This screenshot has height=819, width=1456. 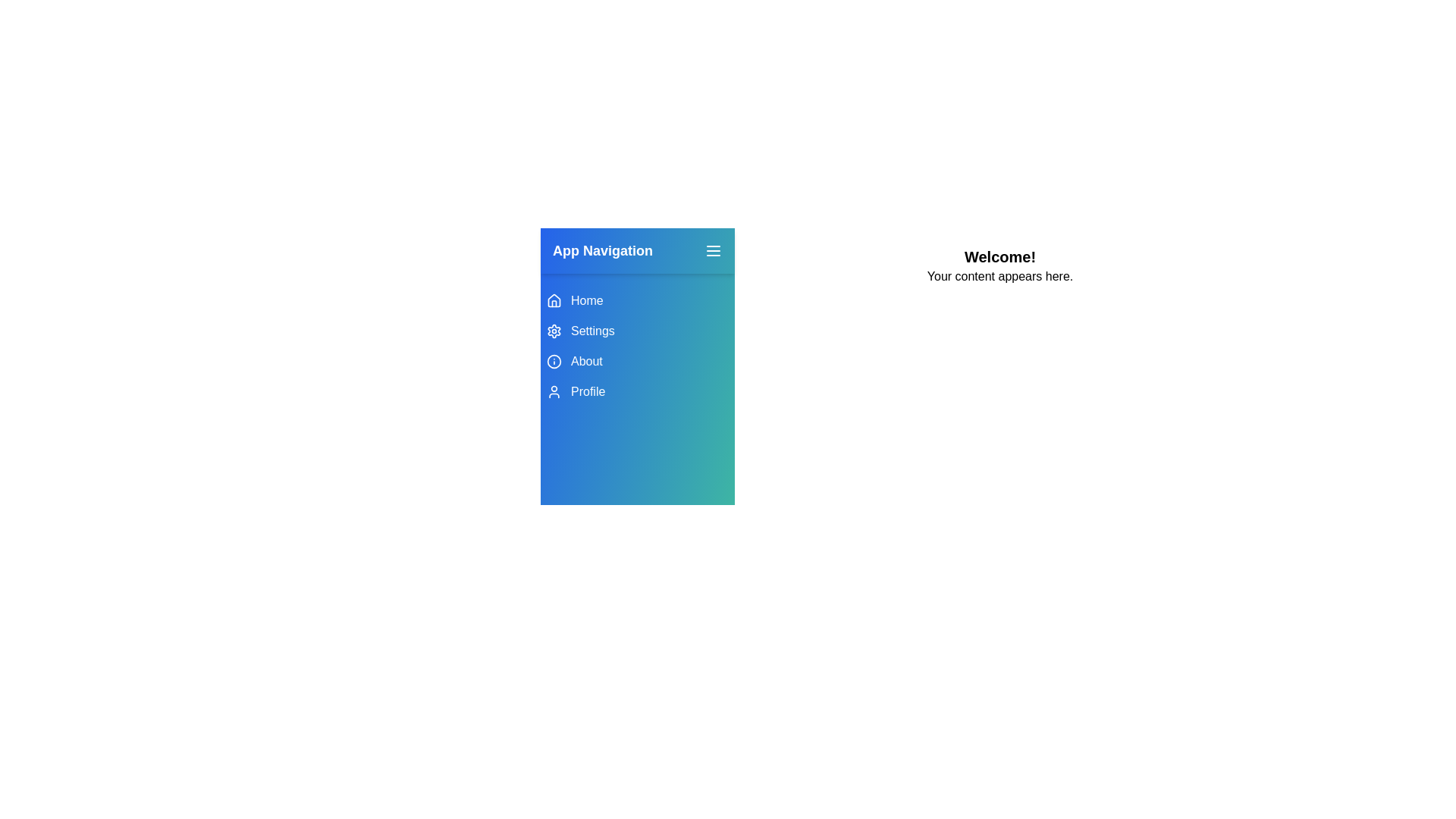 I want to click on the menu item Profile from the drawer, so click(x=637, y=391).